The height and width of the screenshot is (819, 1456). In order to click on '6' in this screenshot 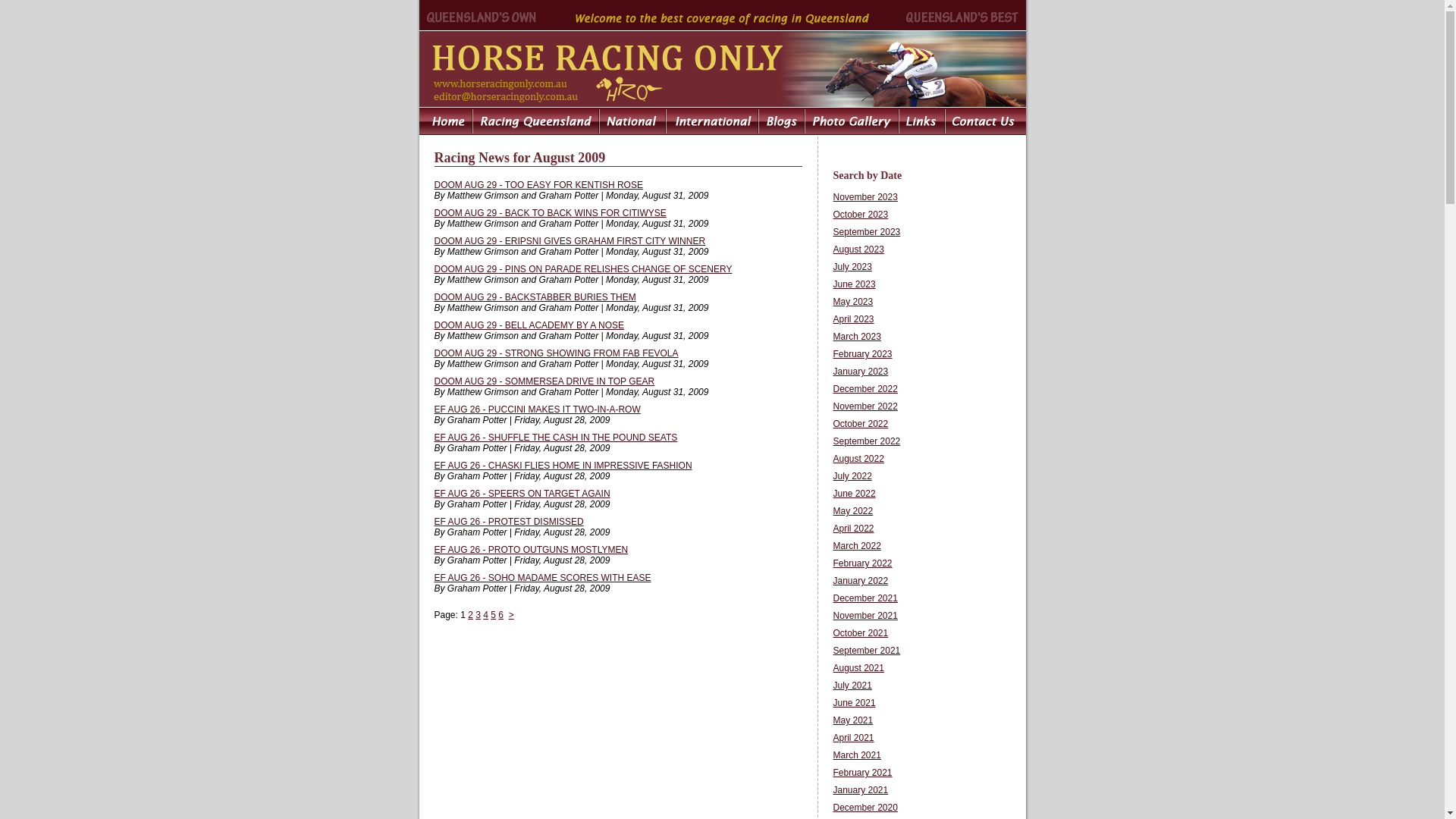, I will do `click(498, 614)`.